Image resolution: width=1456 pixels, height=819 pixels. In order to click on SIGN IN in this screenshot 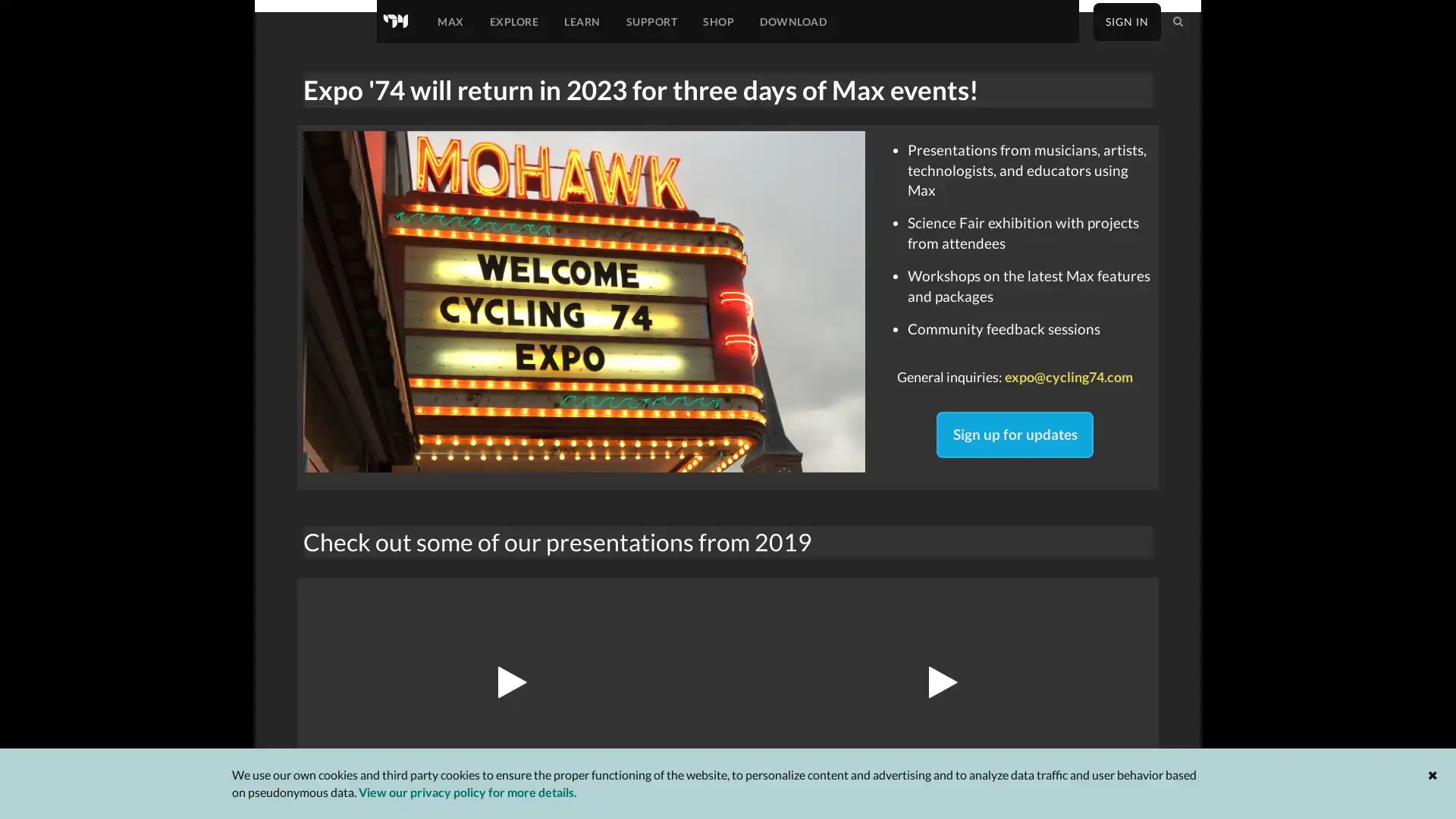, I will do `click(1127, 22)`.